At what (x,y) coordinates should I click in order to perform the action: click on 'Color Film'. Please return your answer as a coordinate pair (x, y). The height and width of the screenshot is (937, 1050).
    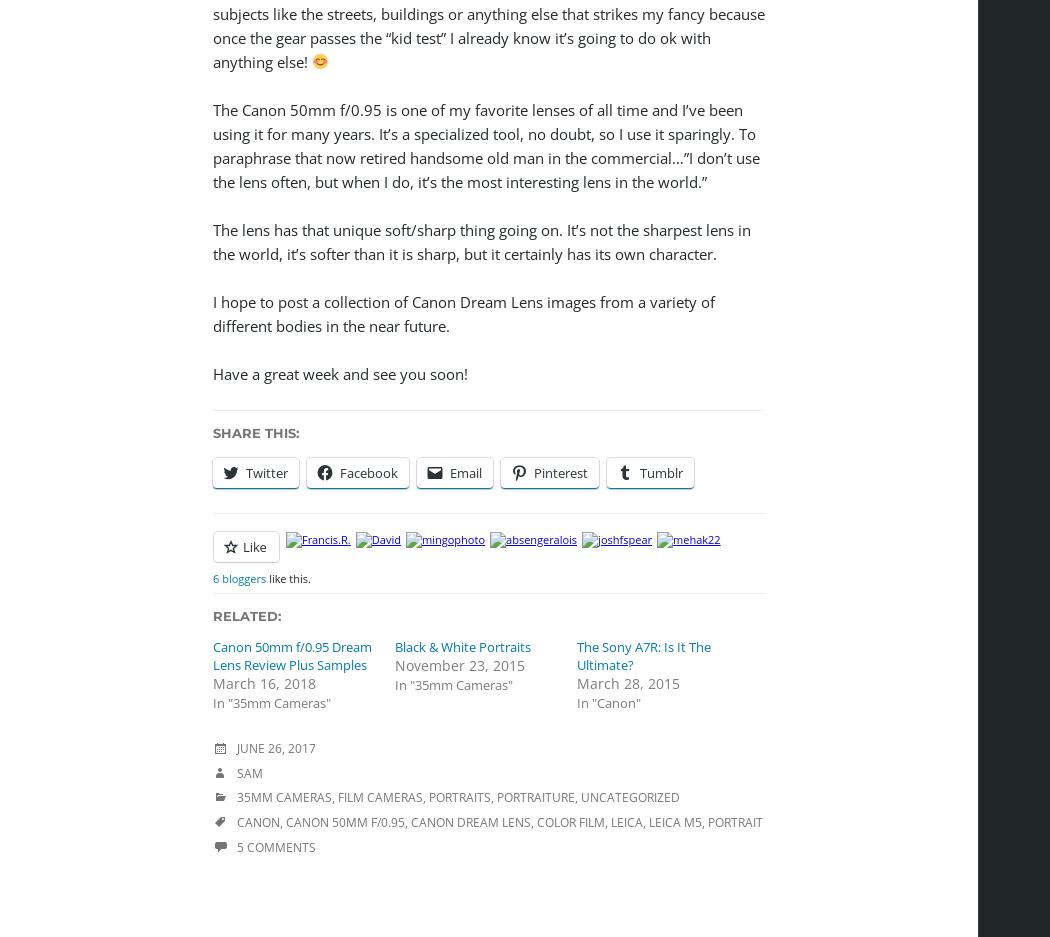
    Looking at the image, I should click on (569, 821).